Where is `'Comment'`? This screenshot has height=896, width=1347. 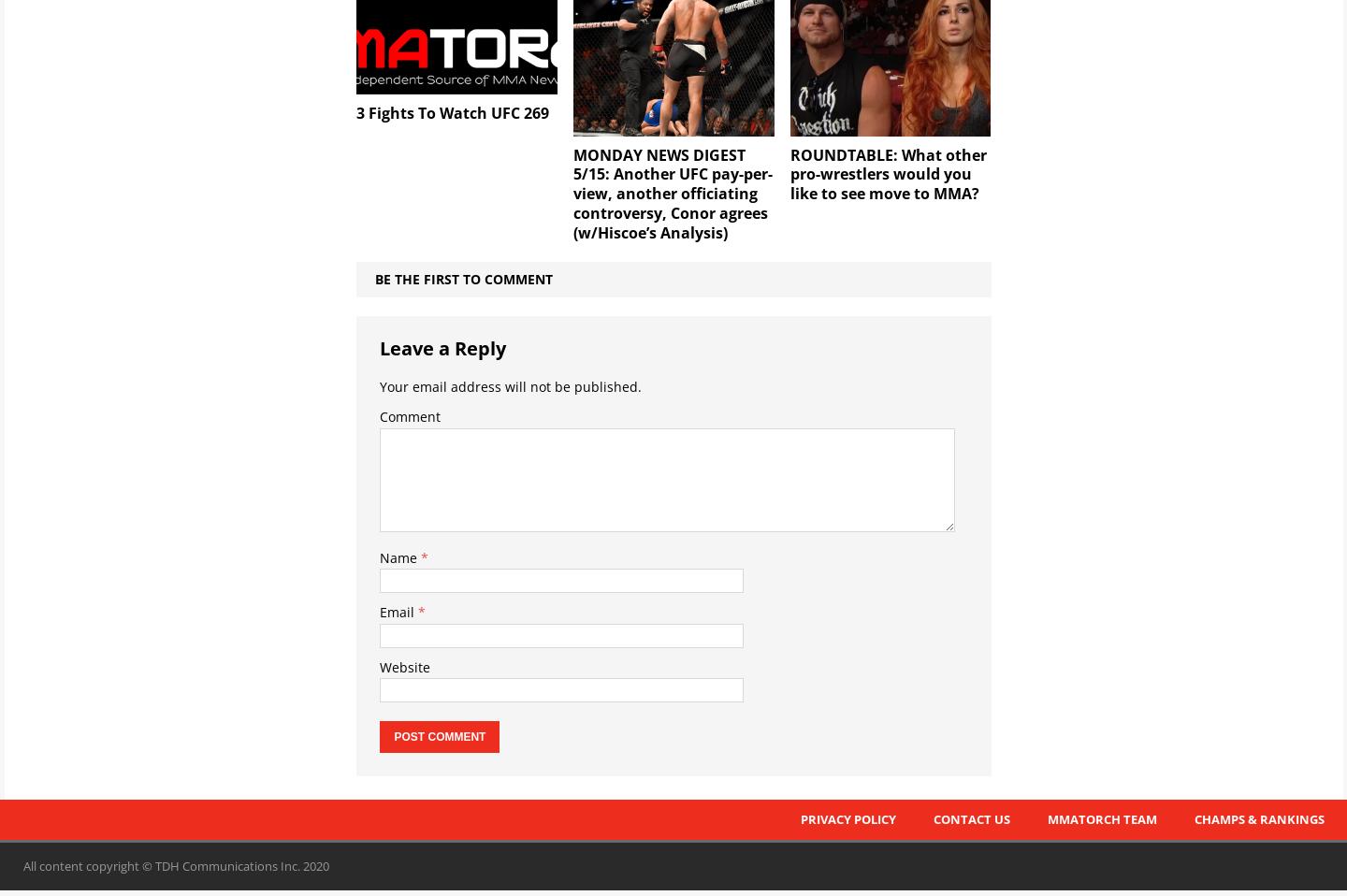
'Comment' is located at coordinates (410, 416).